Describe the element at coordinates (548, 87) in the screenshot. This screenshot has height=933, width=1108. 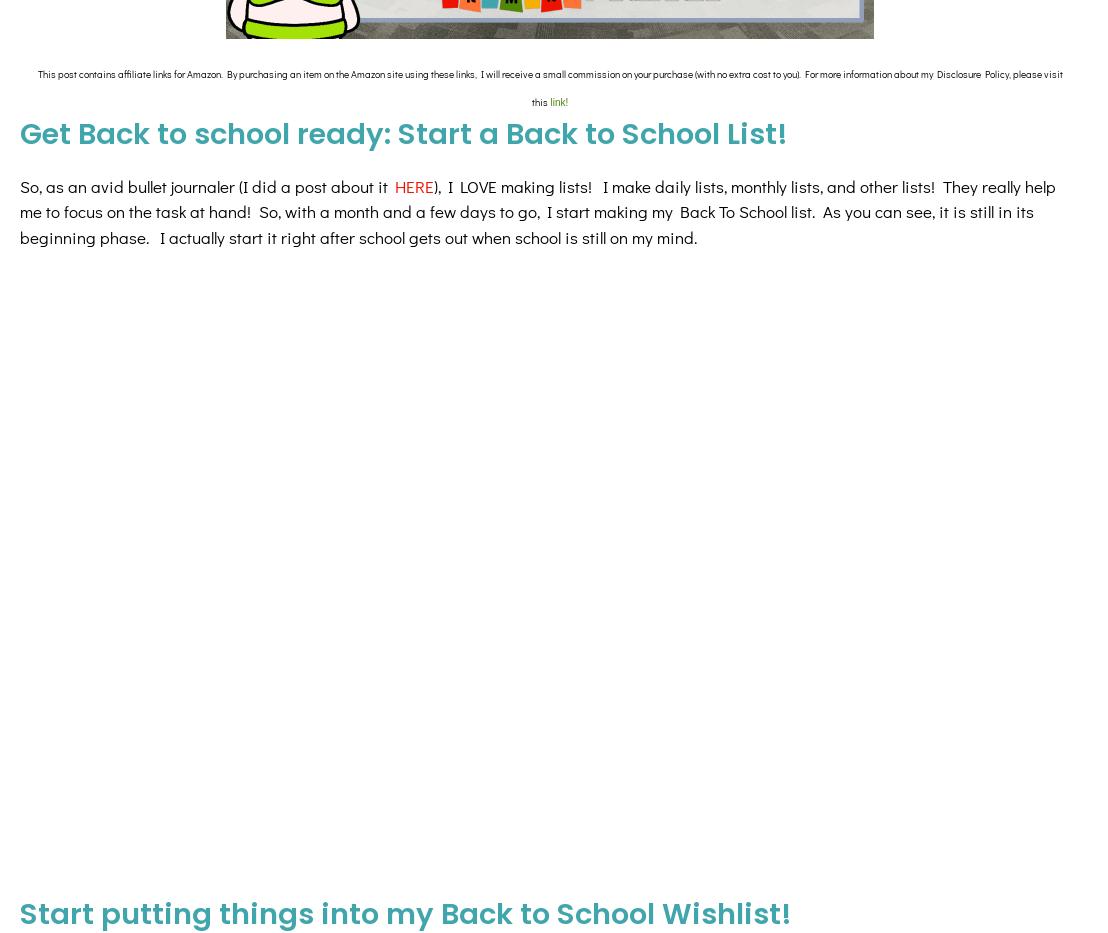
I see `'This post contains affiliate links for Amazon. By purchasing an item on the Amazon site using these links, I will receive a small commission on your purchase (with no extra cost to you). For more information about my Disclosure Policy, please visit this'` at that location.